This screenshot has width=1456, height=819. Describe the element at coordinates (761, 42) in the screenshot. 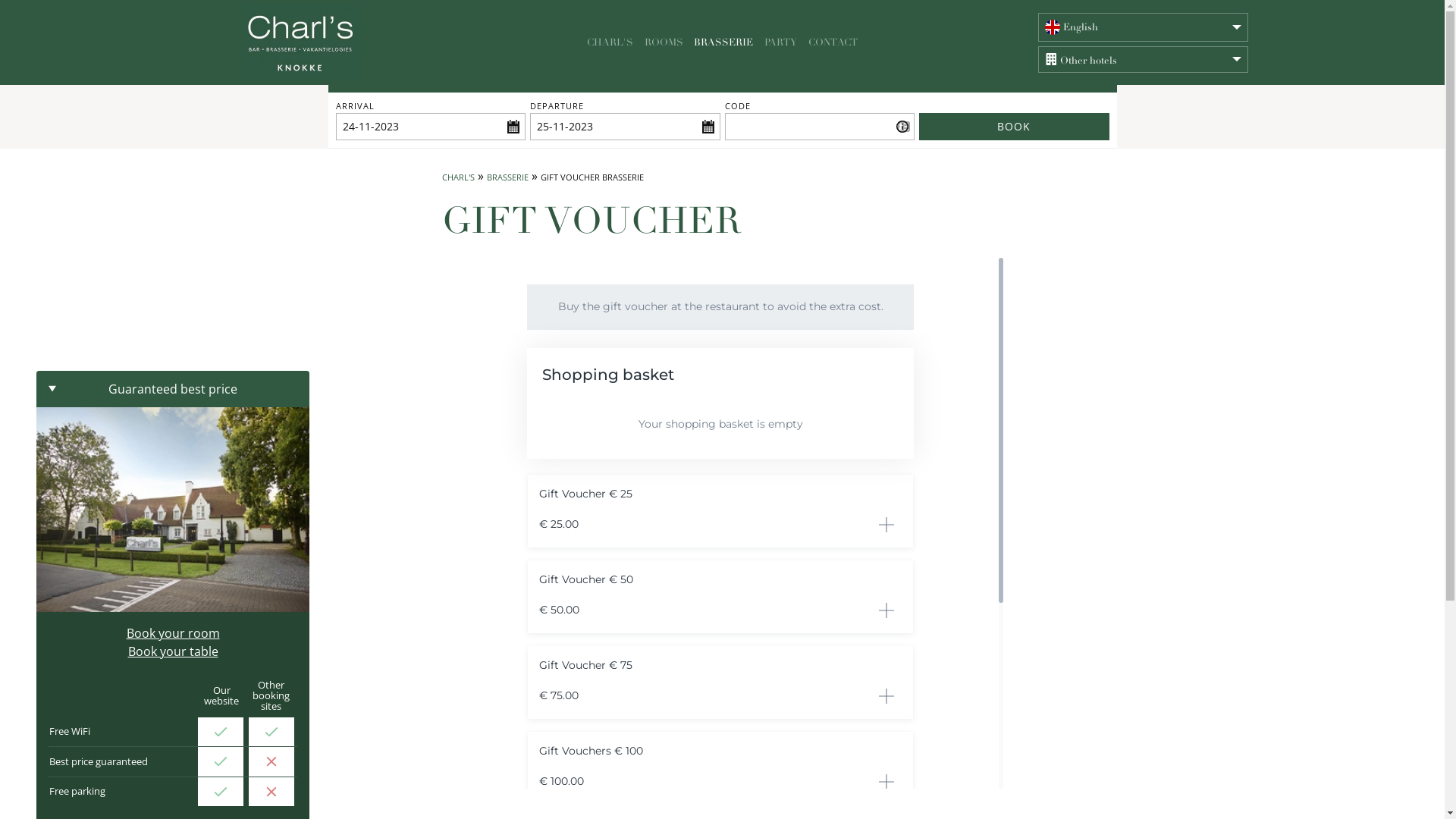

I see `'PARTY'` at that location.